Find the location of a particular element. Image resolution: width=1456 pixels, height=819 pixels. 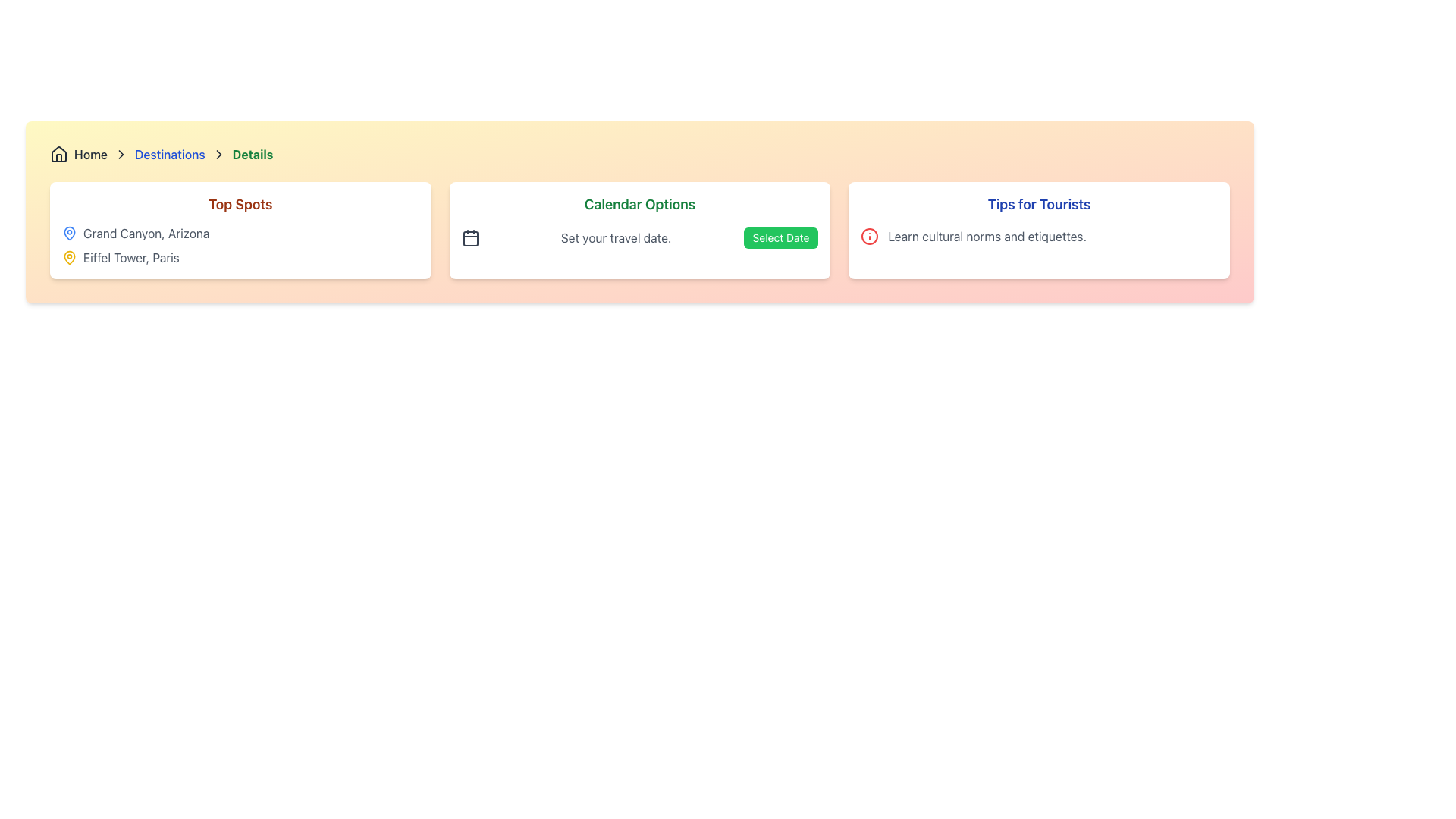

the right-pointing arrow icon located in the breadcrumb navigation bar to the right of the 'Destinations' text, indicating a forward navigation action is located at coordinates (218, 155).